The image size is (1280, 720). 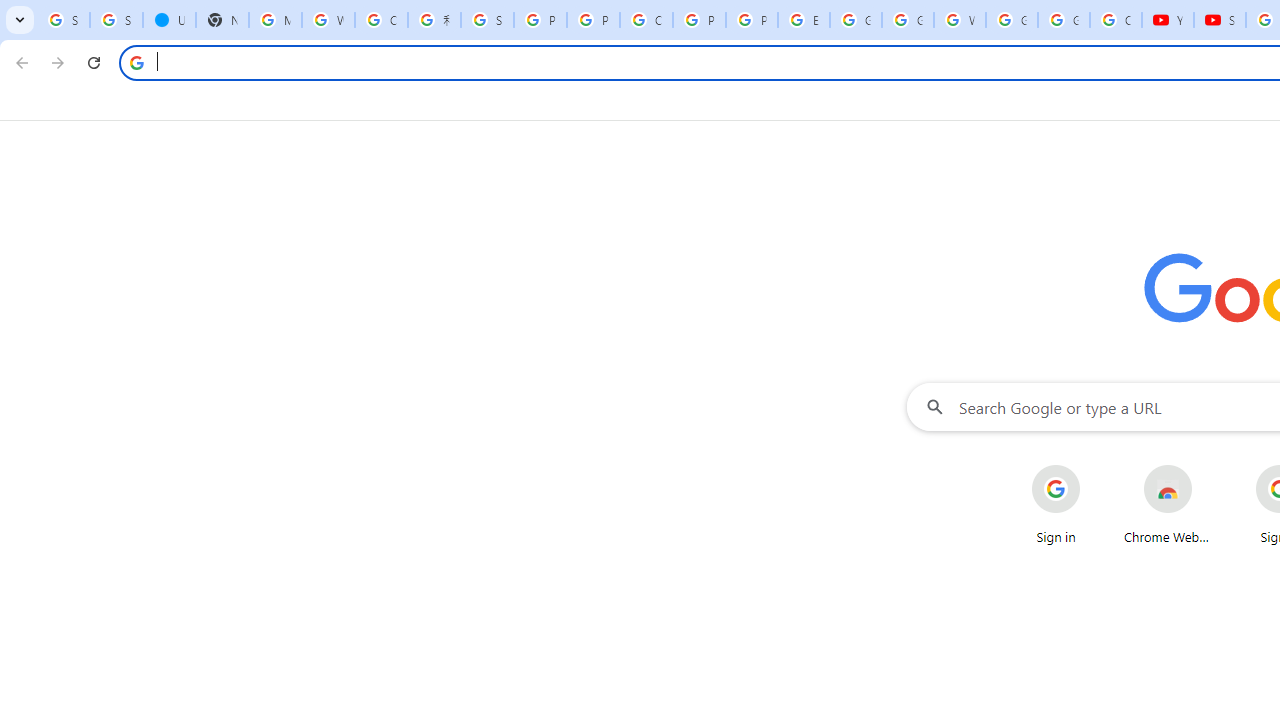 I want to click on 'Google Account', so click(x=1063, y=20).